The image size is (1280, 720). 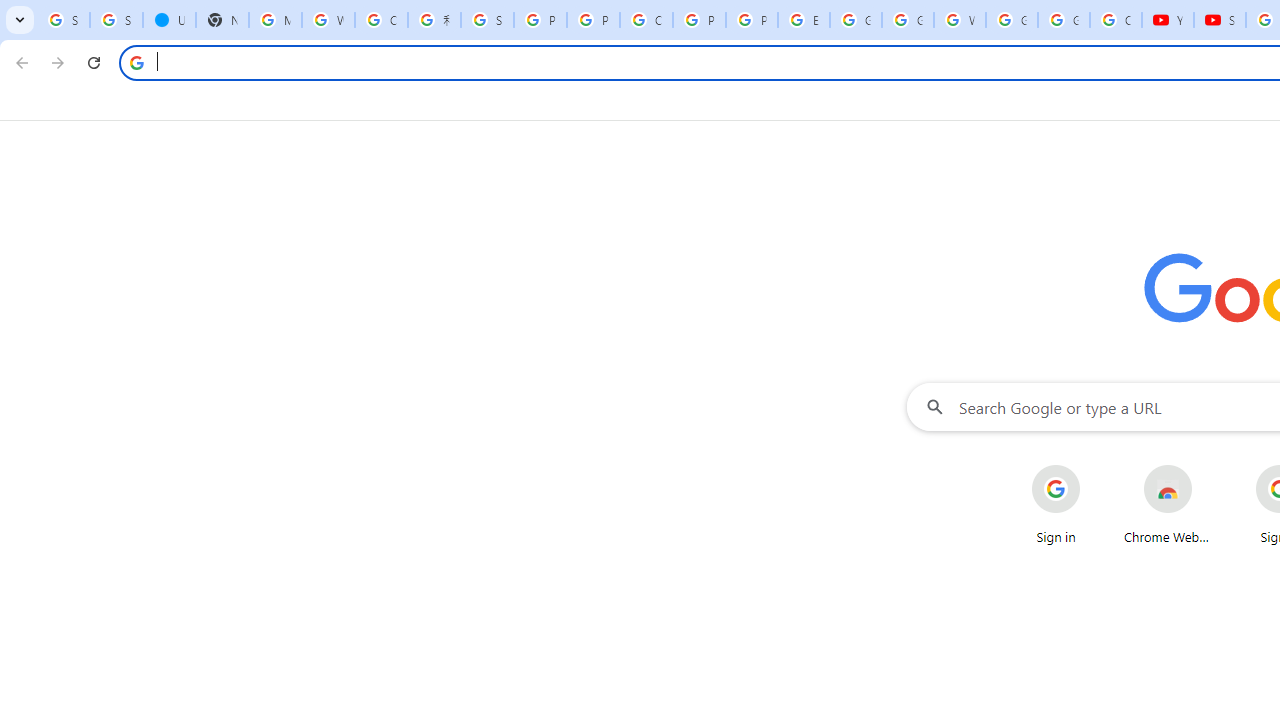 I want to click on 'Google Account', so click(x=1063, y=20).